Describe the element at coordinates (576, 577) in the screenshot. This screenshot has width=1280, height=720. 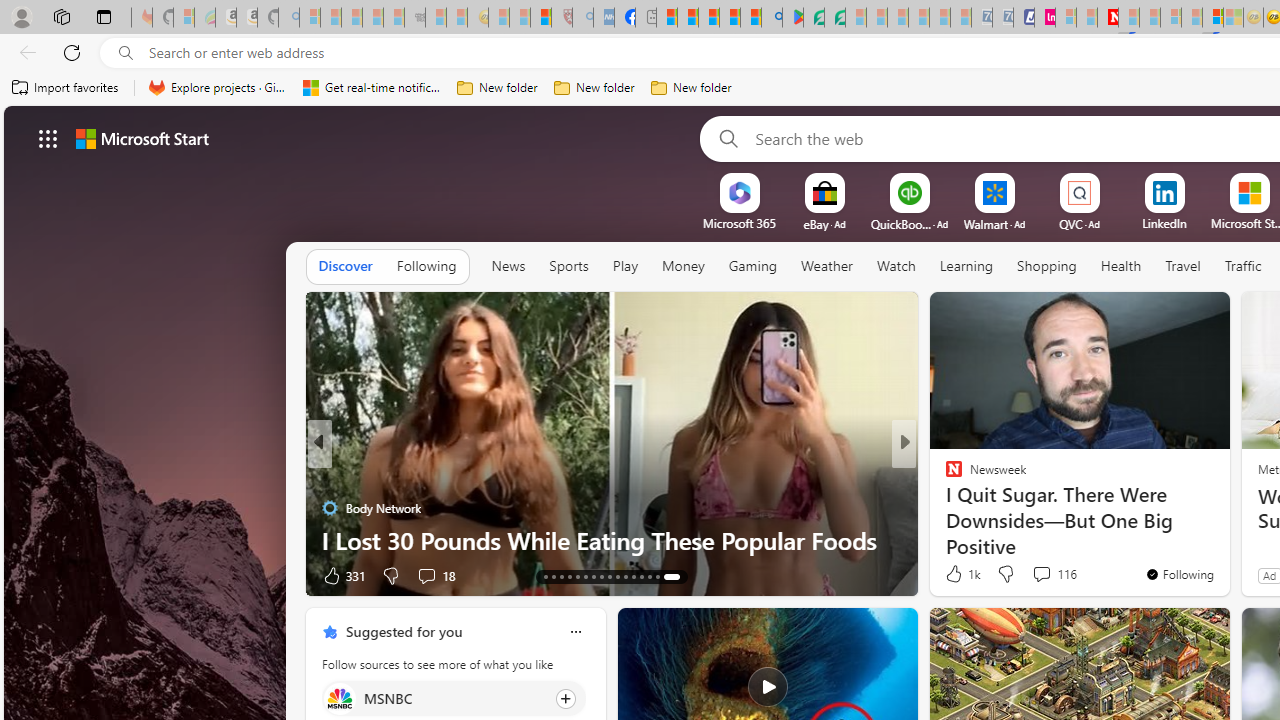
I see `'AutomationID: tab-17'` at that location.